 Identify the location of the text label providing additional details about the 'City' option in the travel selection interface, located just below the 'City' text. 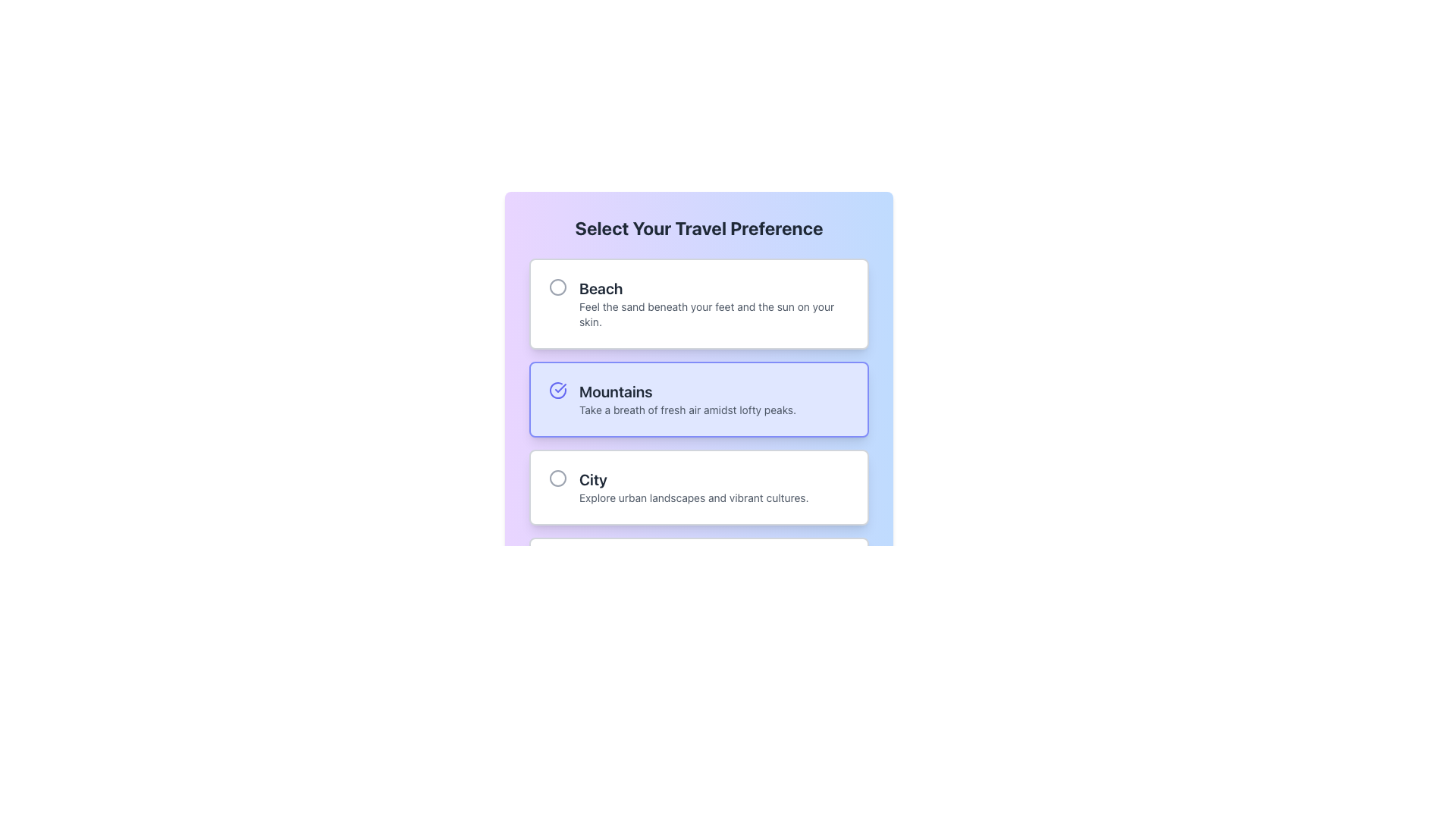
(693, 497).